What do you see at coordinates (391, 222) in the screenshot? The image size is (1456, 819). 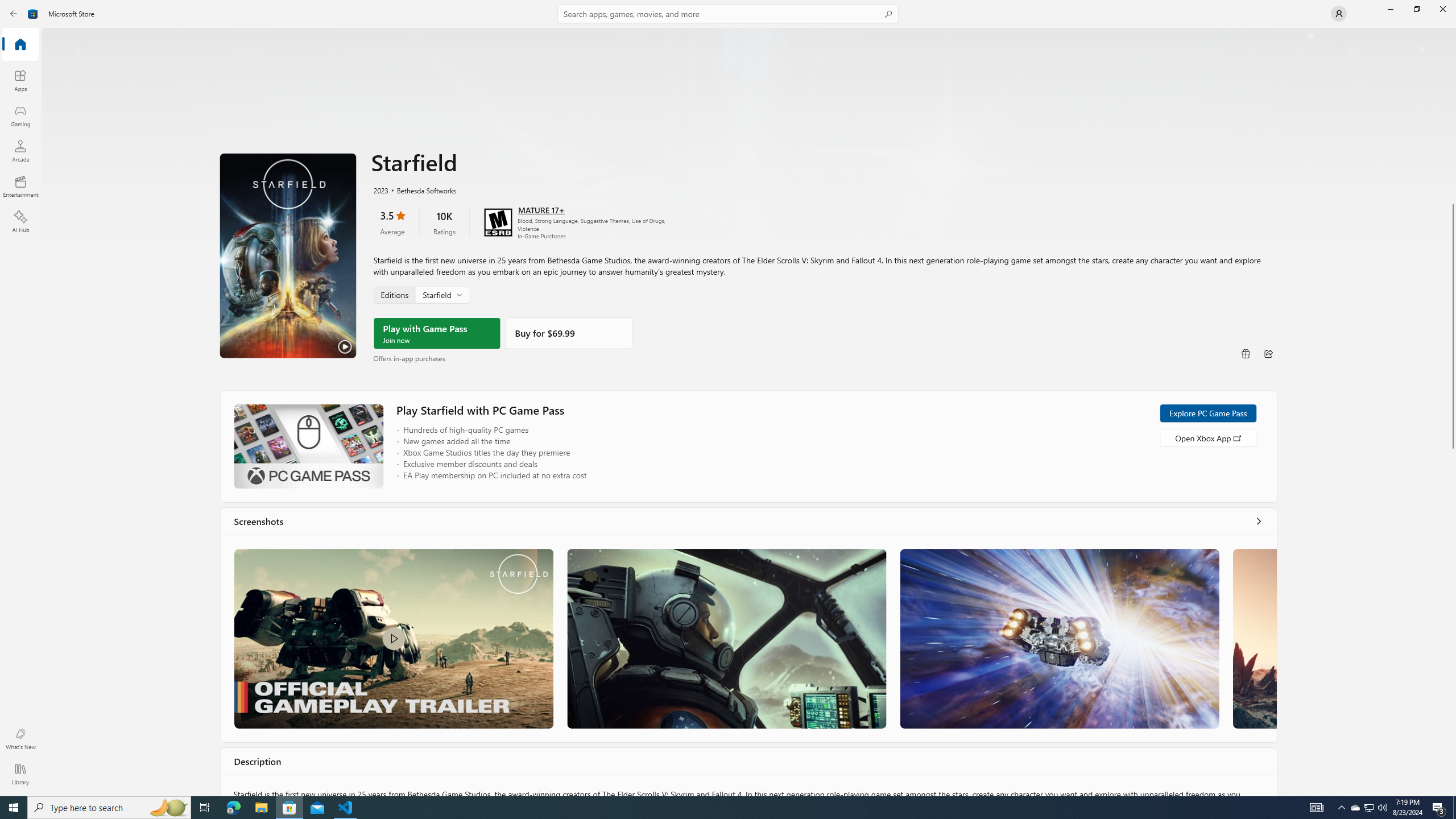 I see `'3.5 stars. Click to skip to ratings and reviews'` at bounding box center [391, 222].